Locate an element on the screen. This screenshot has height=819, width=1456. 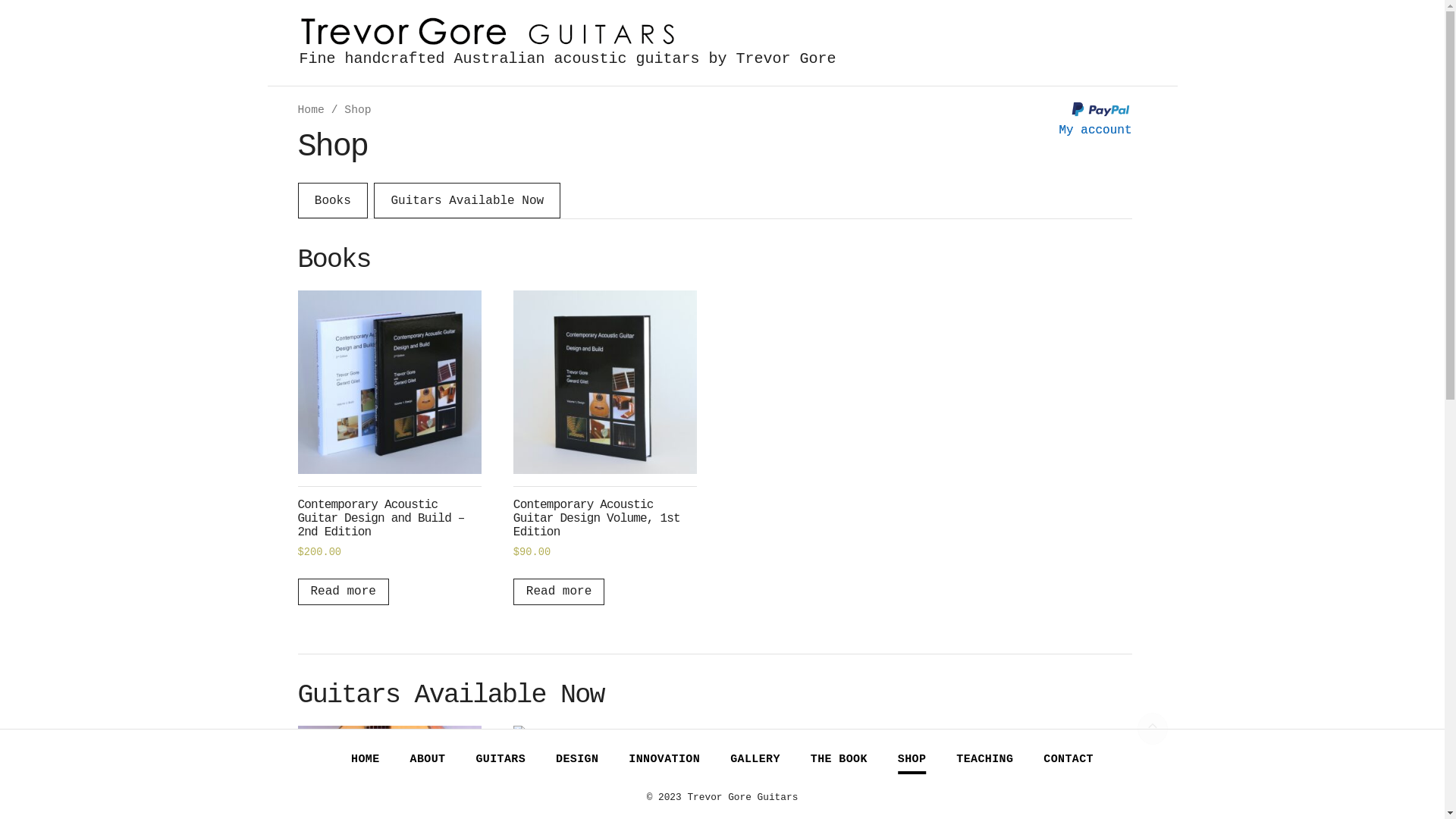
'Books' is located at coordinates (331, 199).